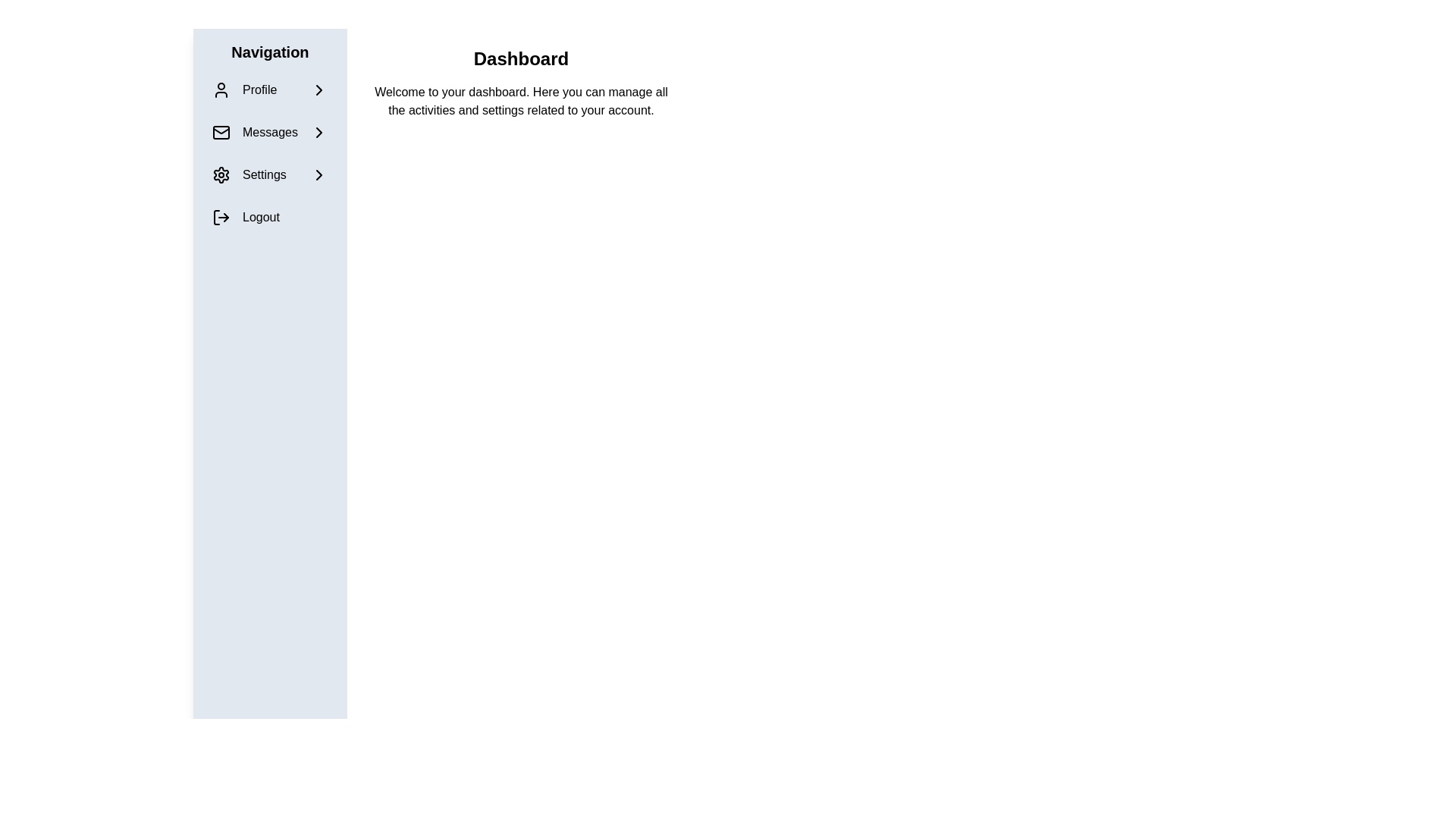 The height and width of the screenshot is (819, 1456). Describe the element at coordinates (270, 217) in the screenshot. I see `the logout button located in the vertical navigation menu on the left side of the interface, specifically the fourth item after 'Profile,' 'Messages,' and 'Settings' to terminate the session` at that location.